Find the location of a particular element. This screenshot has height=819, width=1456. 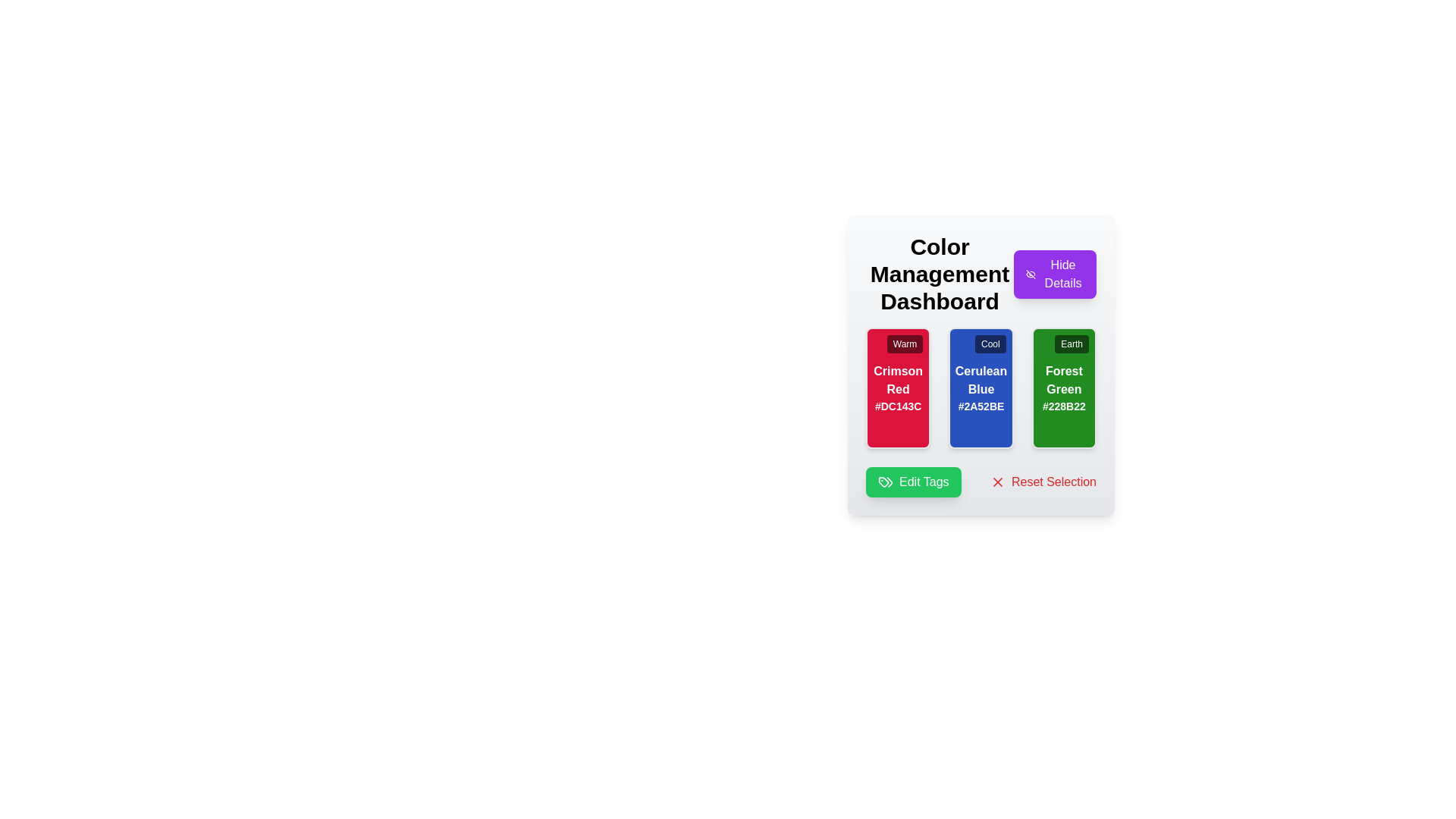

the red 'X' icon on the 'Reset Selection' button is located at coordinates (997, 482).